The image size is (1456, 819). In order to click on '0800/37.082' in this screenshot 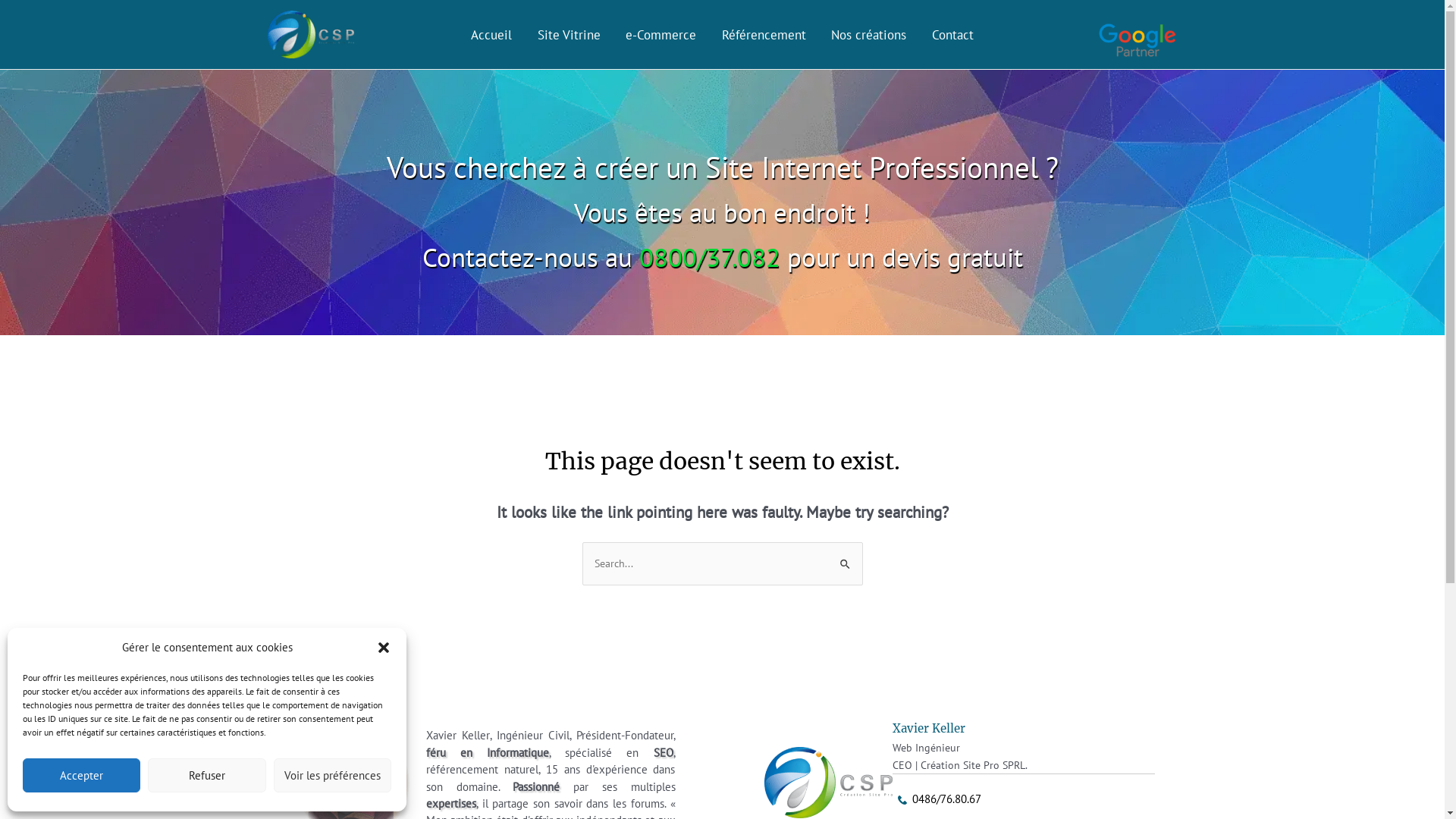, I will do `click(708, 256)`.